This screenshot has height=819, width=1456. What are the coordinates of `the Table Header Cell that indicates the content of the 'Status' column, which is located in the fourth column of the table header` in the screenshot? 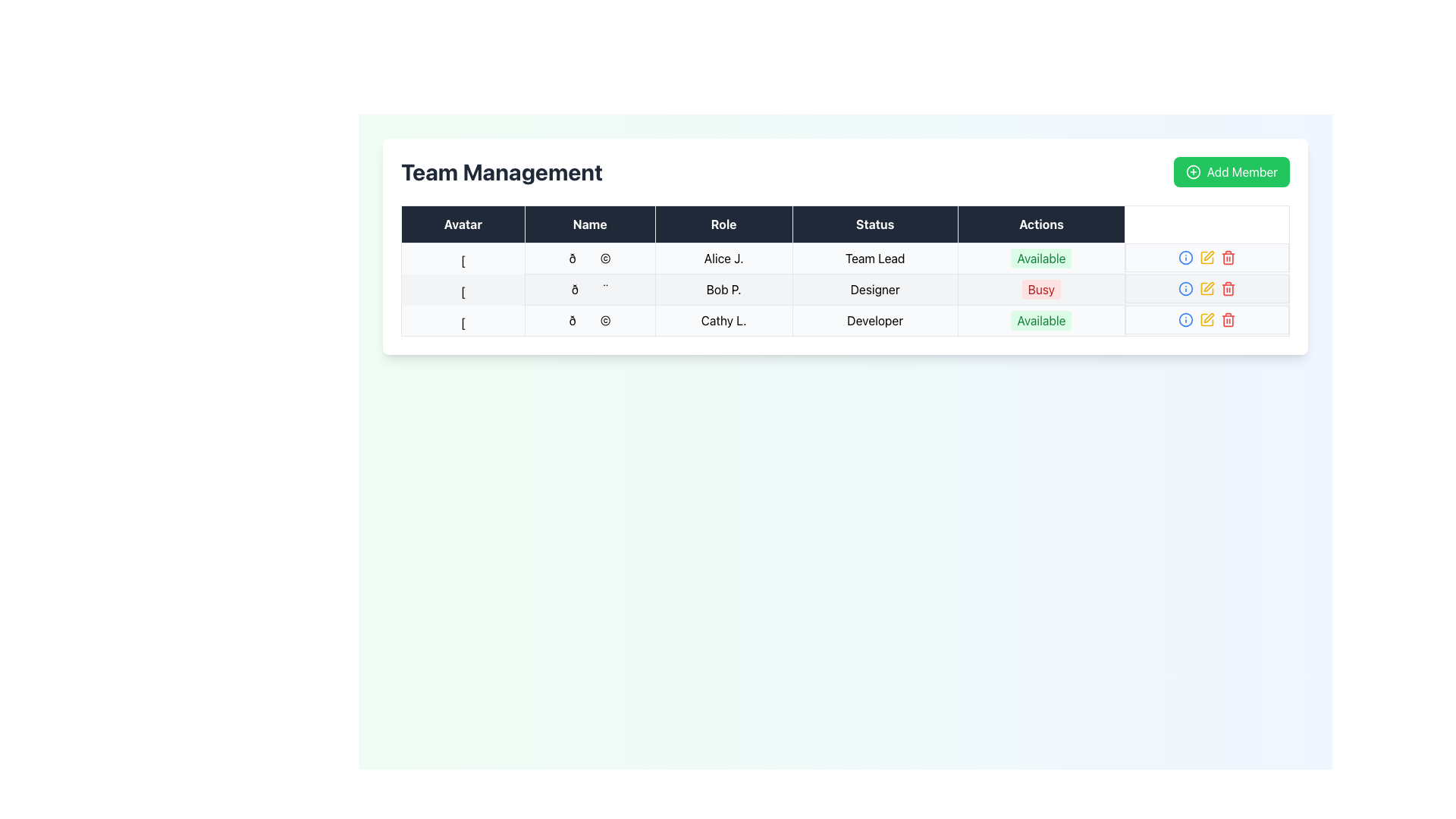 It's located at (875, 224).